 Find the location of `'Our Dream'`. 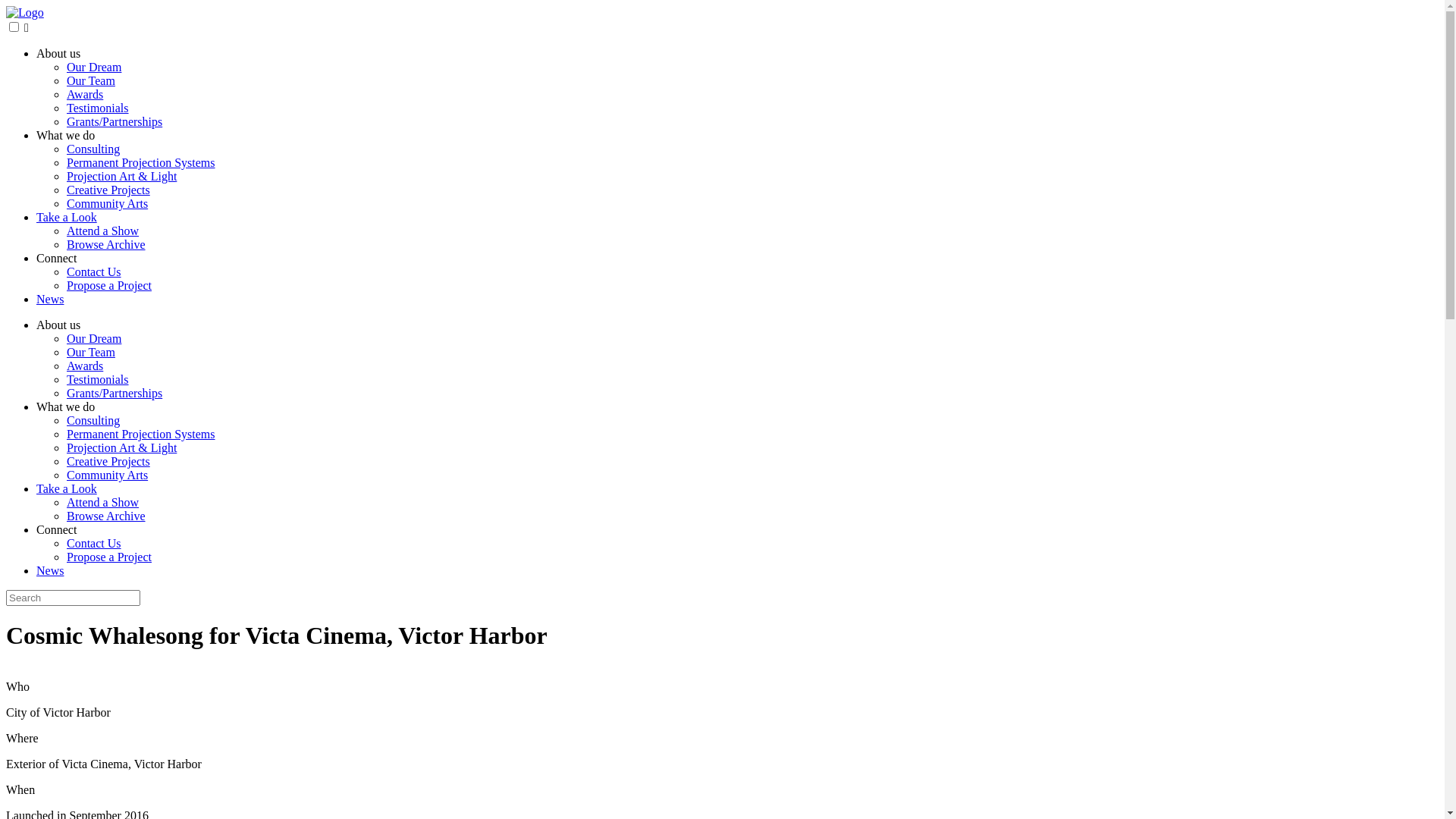

'Our Dream' is located at coordinates (93, 66).